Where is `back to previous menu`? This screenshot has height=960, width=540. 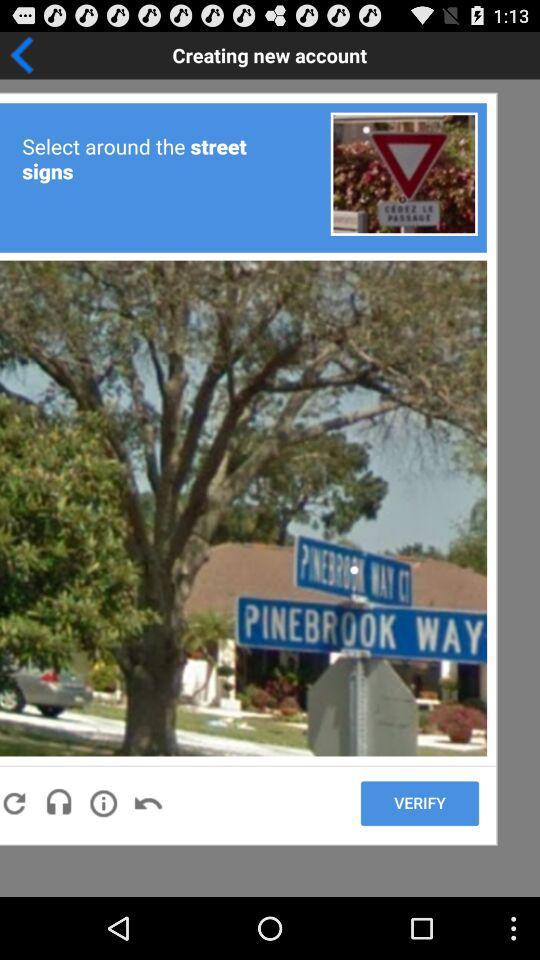
back to previous menu is located at coordinates (83, 54).